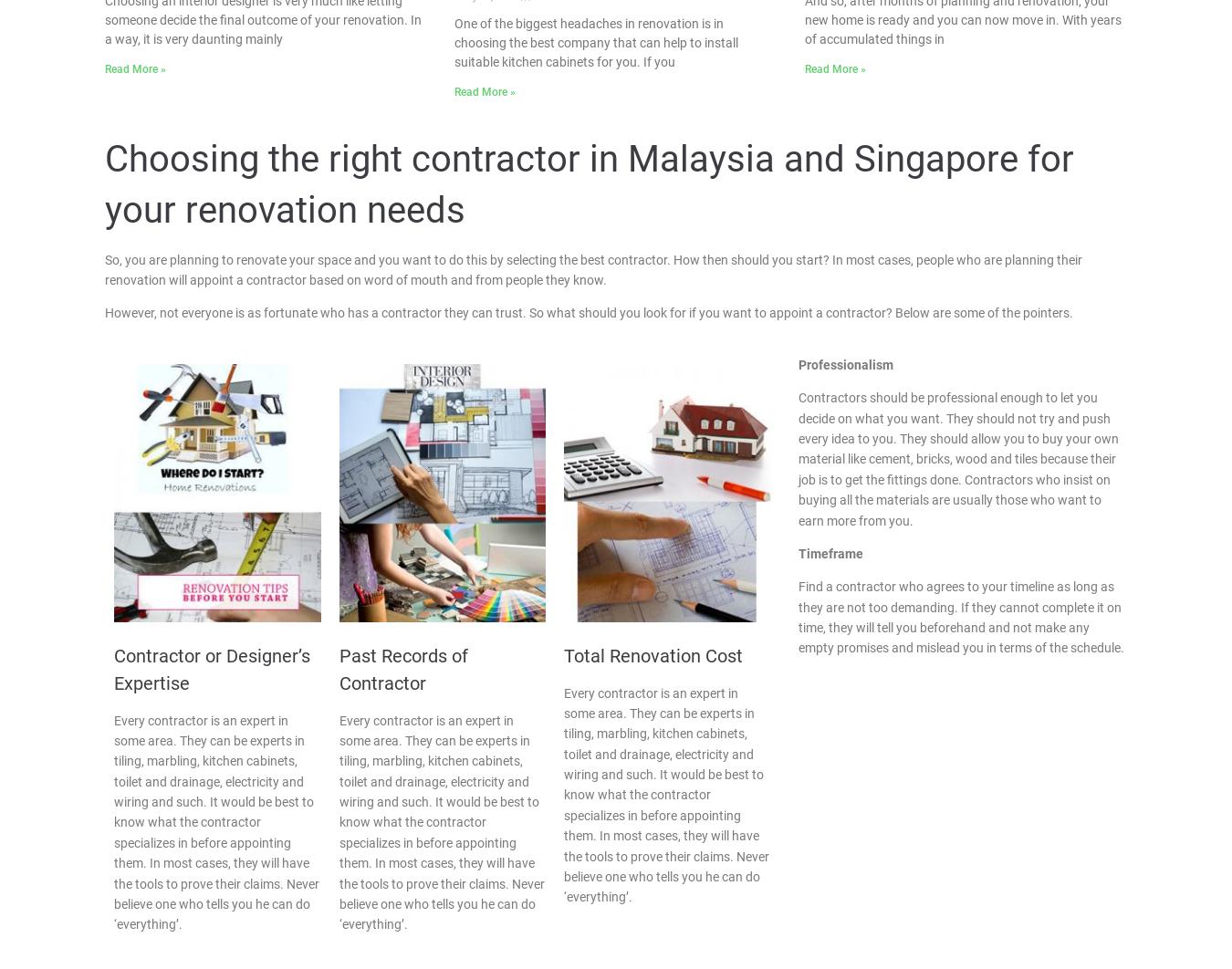  What do you see at coordinates (593, 268) in the screenshot?
I see `'So, you are planning to renovate your space and you want to do this by selecting the best contractor. How then should you start? In most cases, people who are planning their renovation will appoint a contractor based on word of mouth and from people they know.'` at bounding box center [593, 268].